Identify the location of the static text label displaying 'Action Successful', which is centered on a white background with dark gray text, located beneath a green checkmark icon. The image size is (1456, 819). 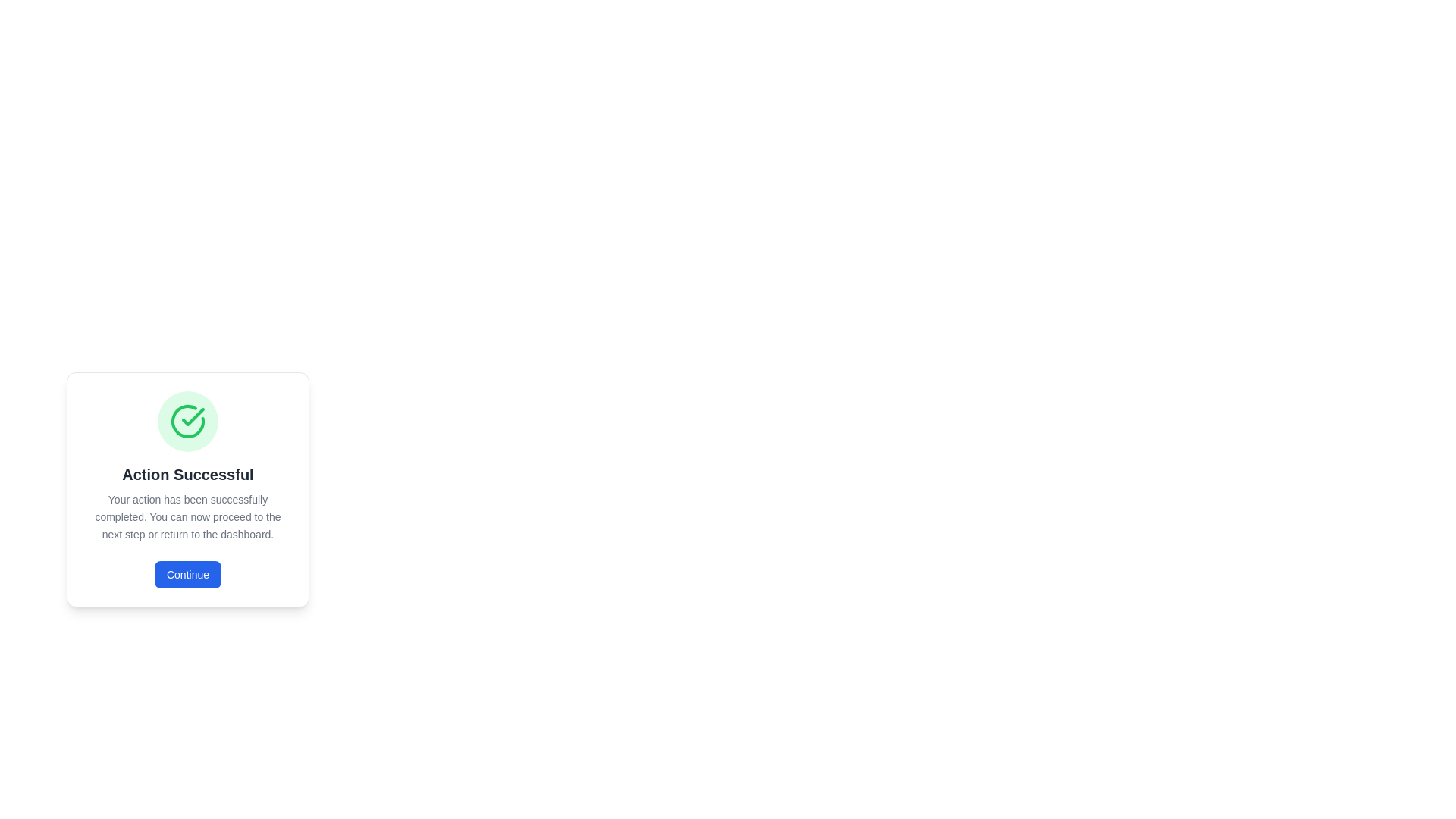
(187, 473).